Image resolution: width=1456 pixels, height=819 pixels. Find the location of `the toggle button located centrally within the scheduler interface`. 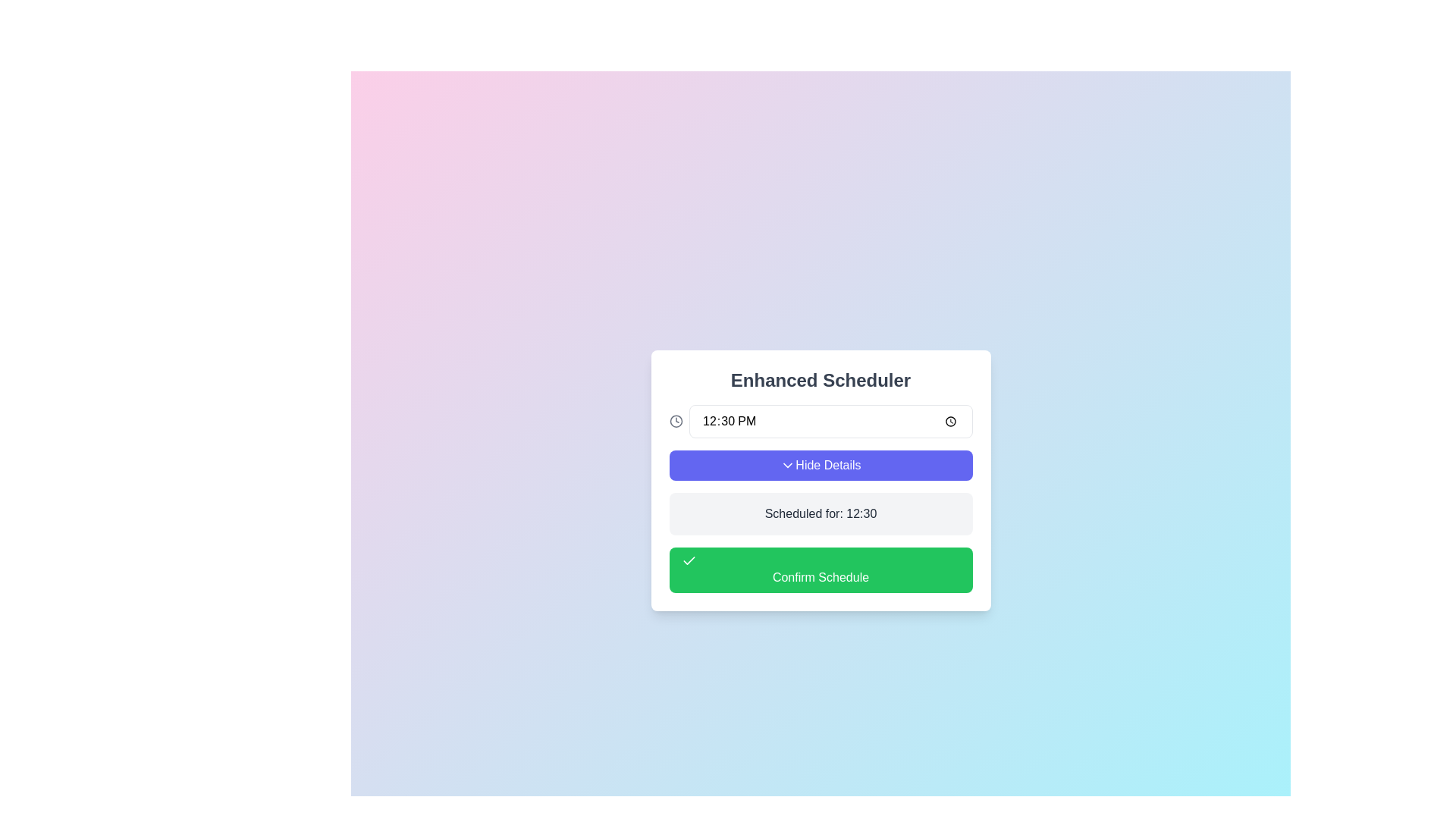

the toggle button located centrally within the scheduler interface is located at coordinates (820, 464).